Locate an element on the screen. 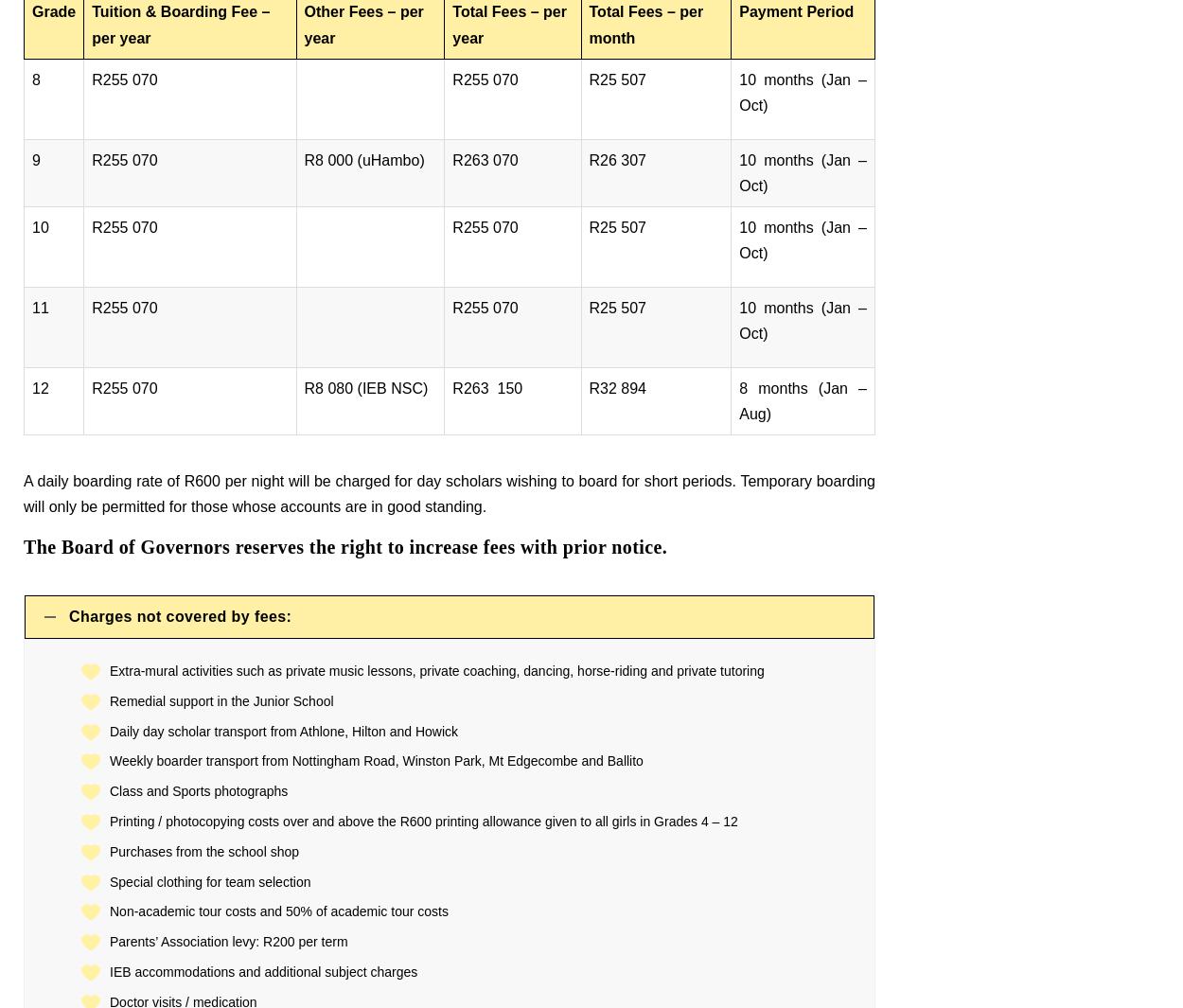 The height and width of the screenshot is (1008, 1183). 'Class and Sports photographs' is located at coordinates (198, 791).